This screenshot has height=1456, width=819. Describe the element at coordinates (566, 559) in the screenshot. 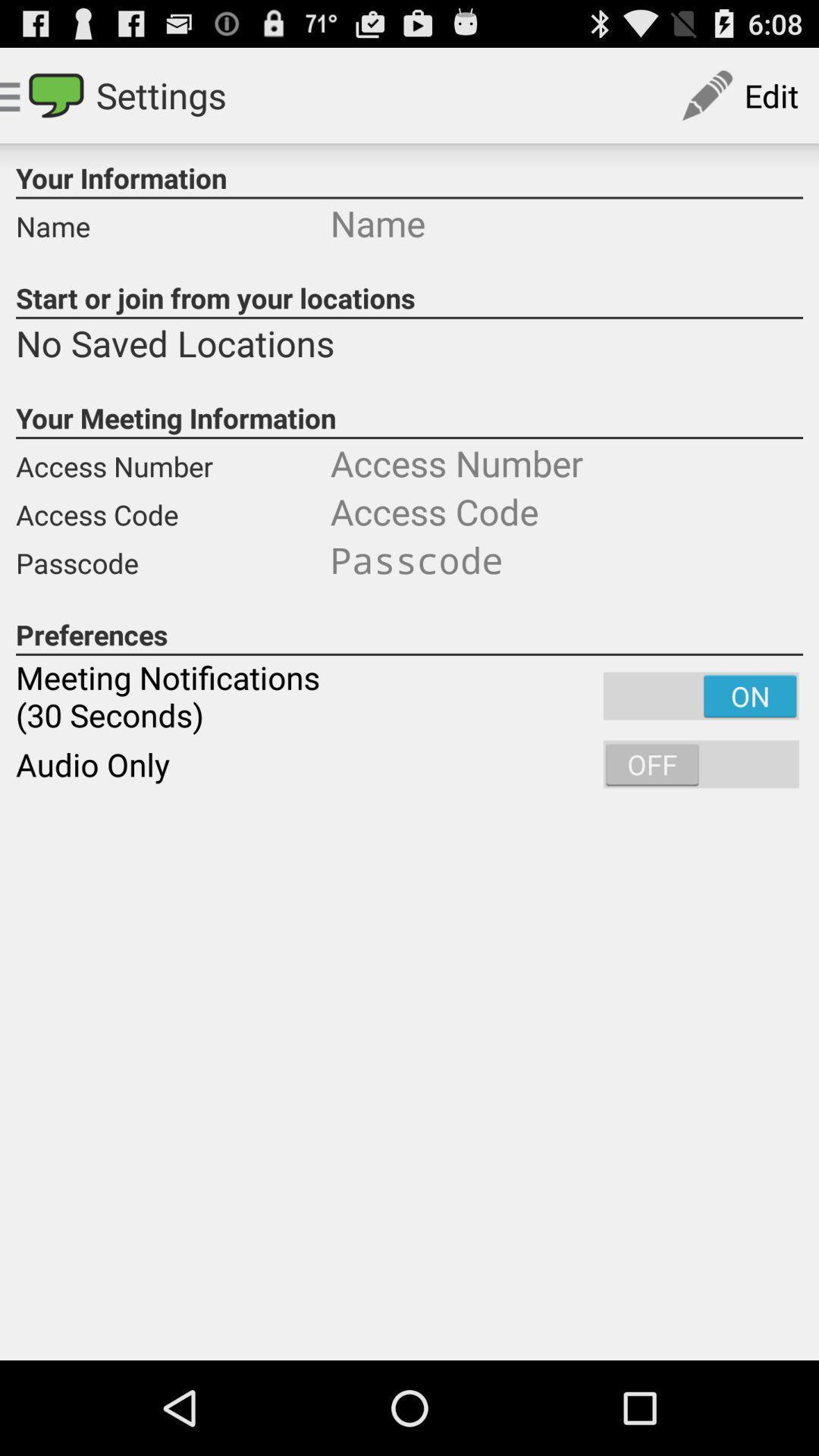

I see `item next to the access code item` at that location.